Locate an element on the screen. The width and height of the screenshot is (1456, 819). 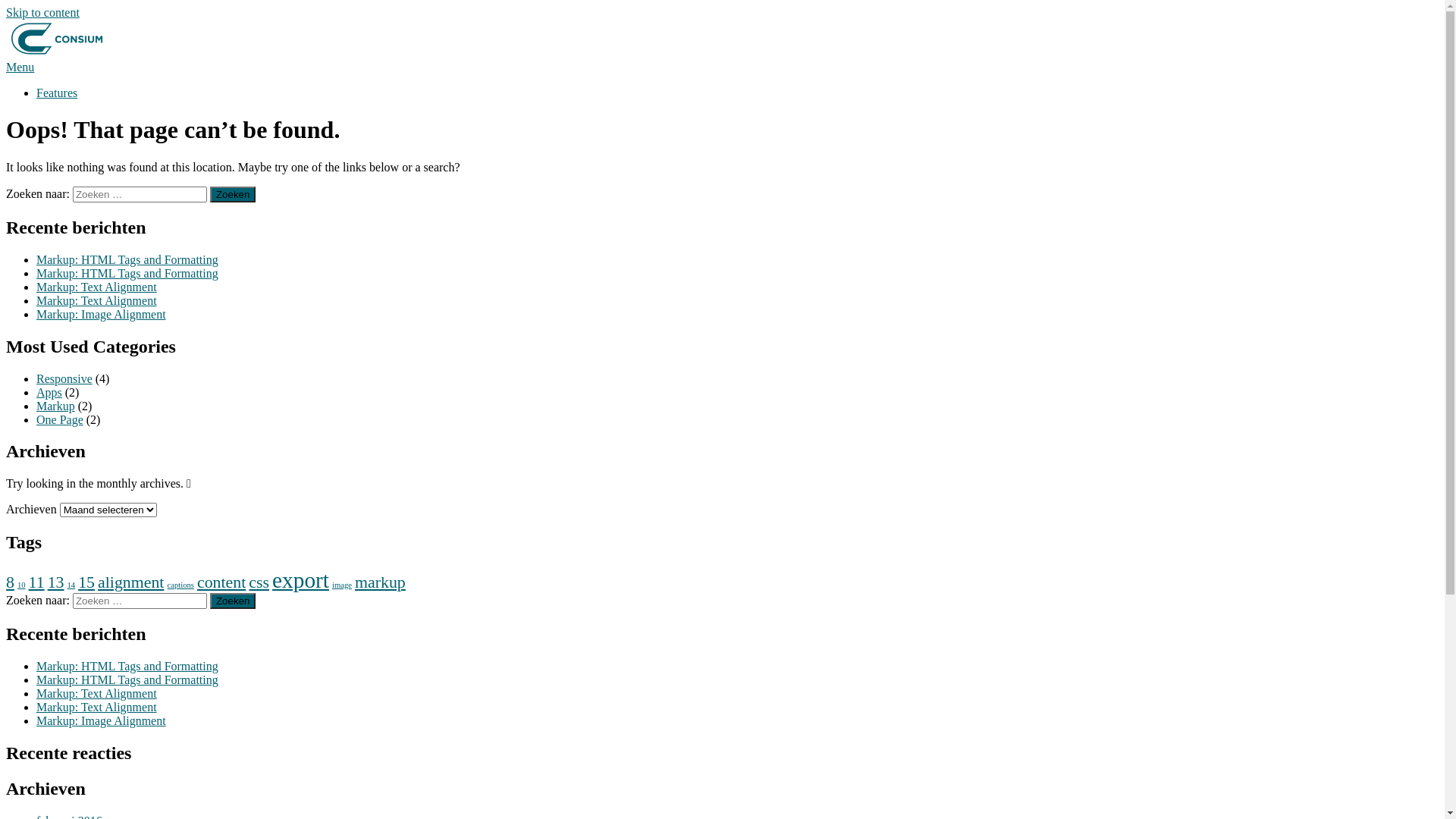
'markup' is located at coordinates (380, 581).